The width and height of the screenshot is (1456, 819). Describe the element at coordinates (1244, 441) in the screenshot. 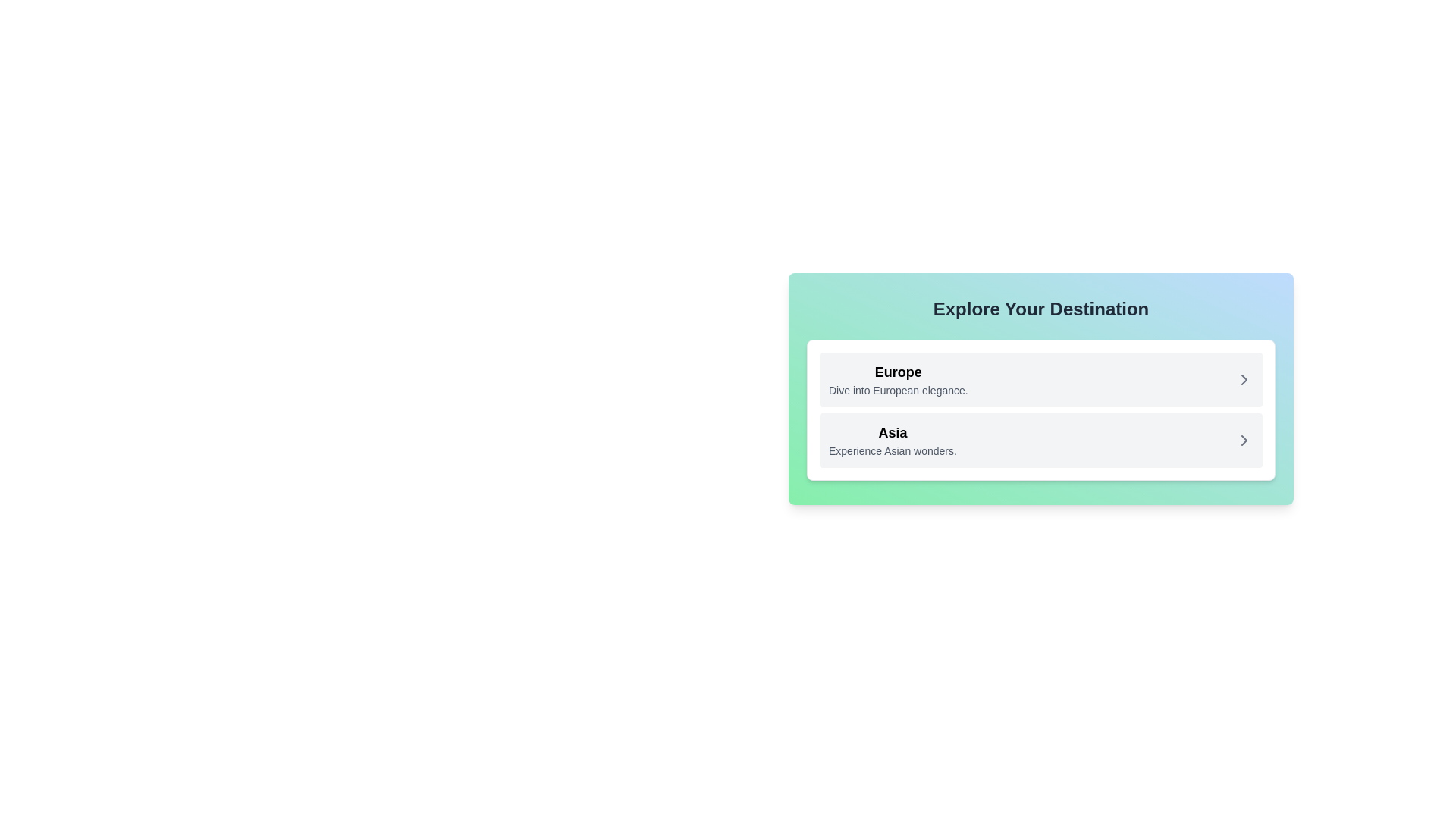

I see `the navigation icon located on the right edge of the 'Asia' list item in the 'Explore Your Destination' section` at that location.